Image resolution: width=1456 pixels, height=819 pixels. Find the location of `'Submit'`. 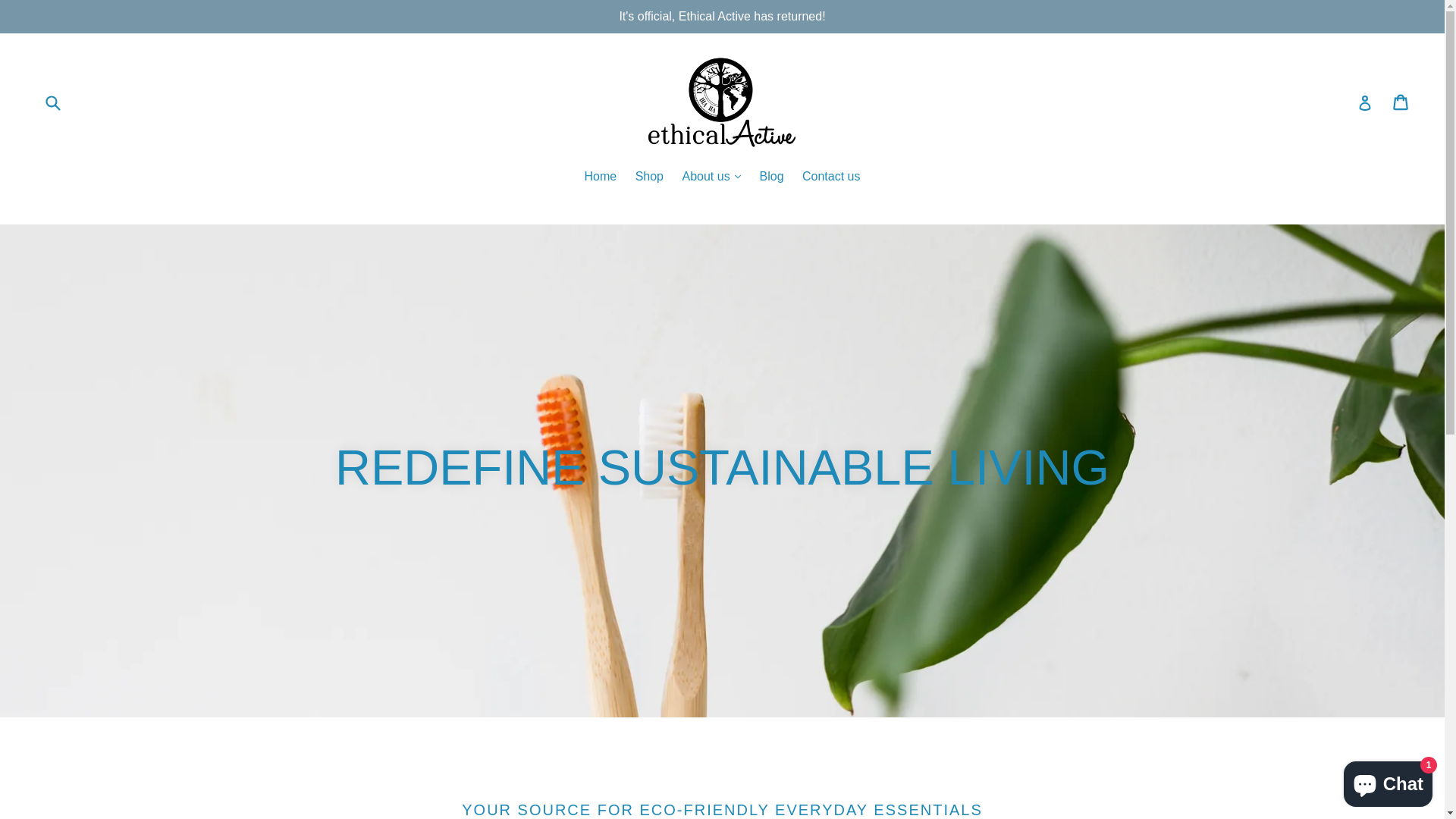

'Submit' is located at coordinates (52, 102).